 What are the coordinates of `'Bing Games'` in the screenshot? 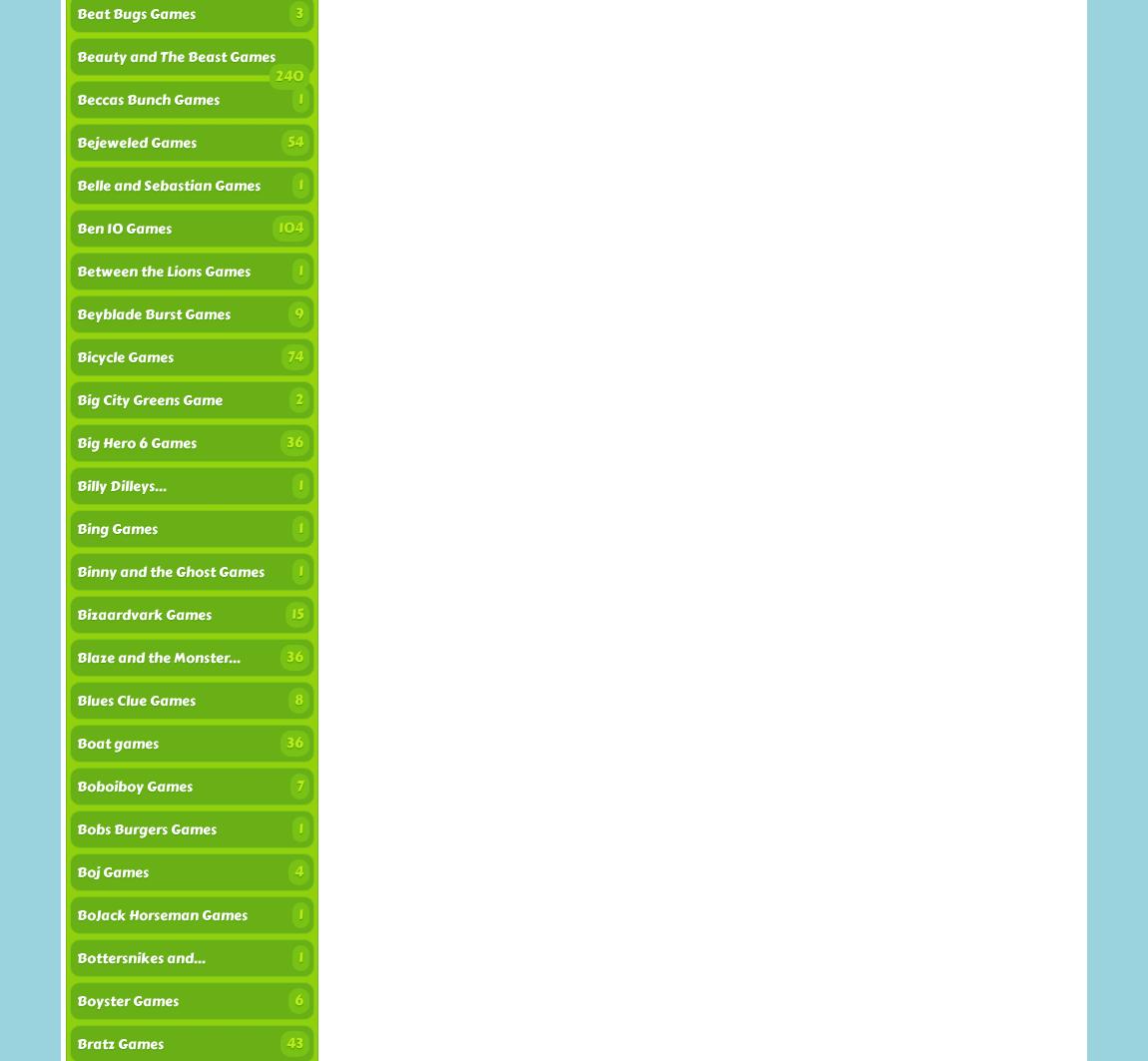 It's located at (116, 529).